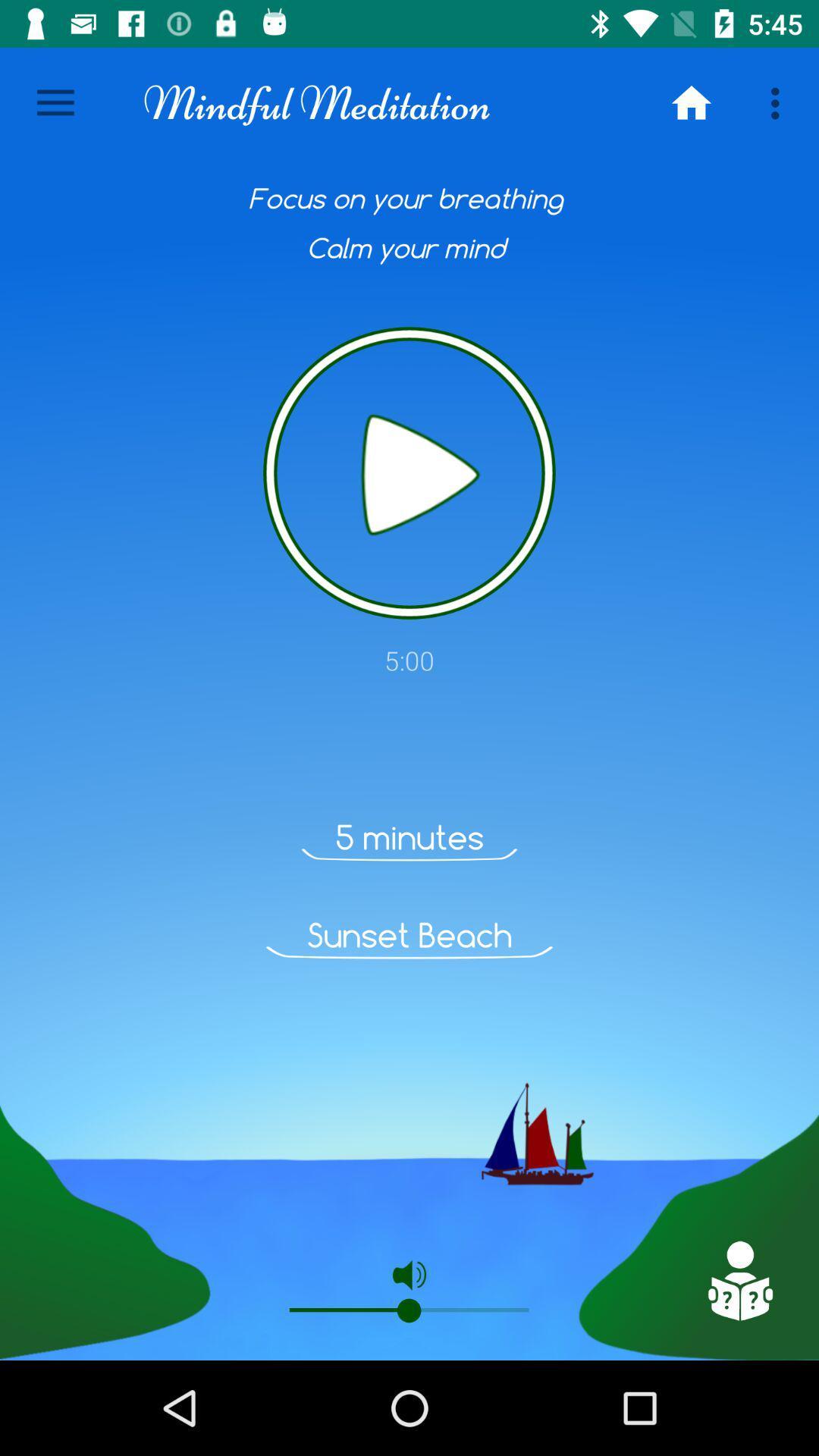 The image size is (819, 1456). Describe the element at coordinates (55, 102) in the screenshot. I see `icon at the top left corner` at that location.